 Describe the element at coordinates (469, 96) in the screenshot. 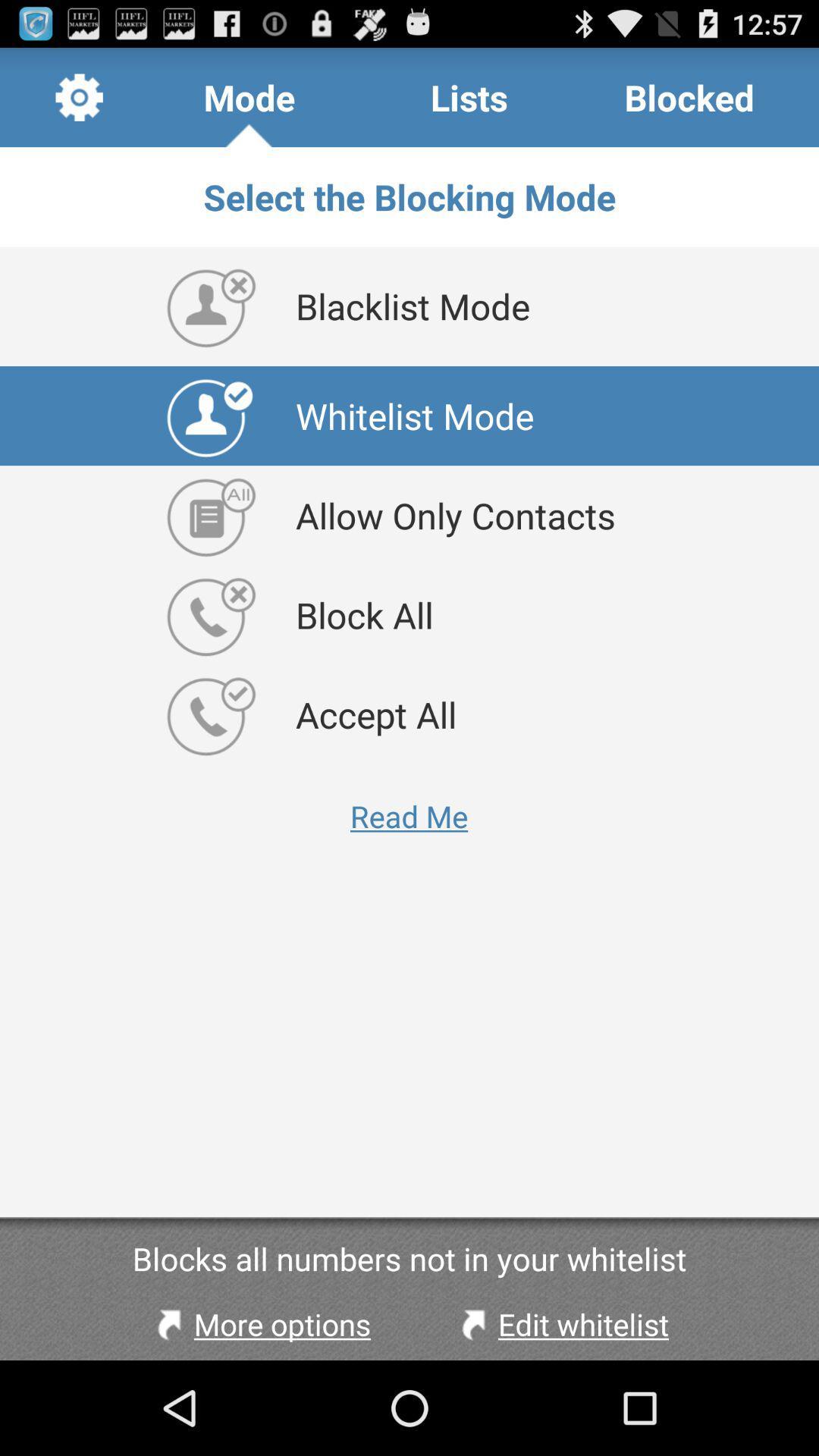

I see `the item next to the mode app` at that location.